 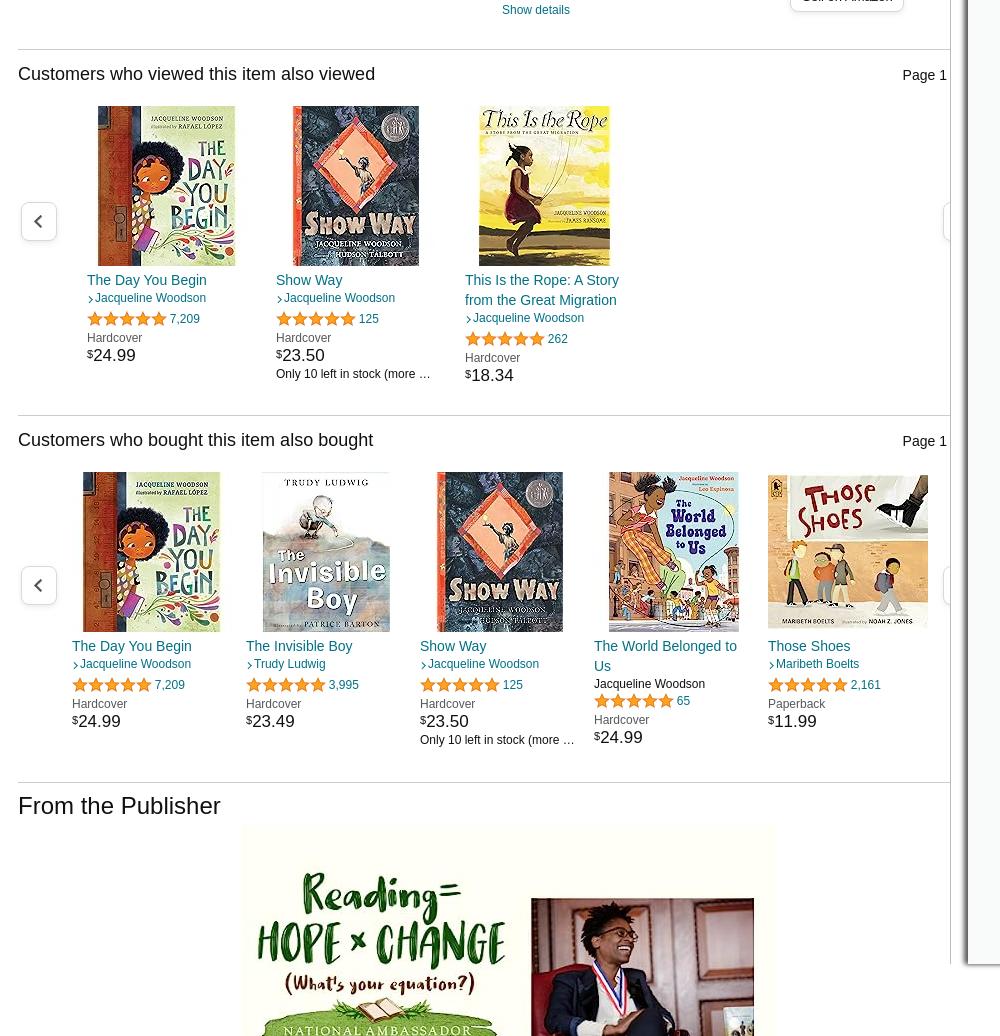 What do you see at coordinates (973, 439) in the screenshot?
I see `'20'` at bounding box center [973, 439].